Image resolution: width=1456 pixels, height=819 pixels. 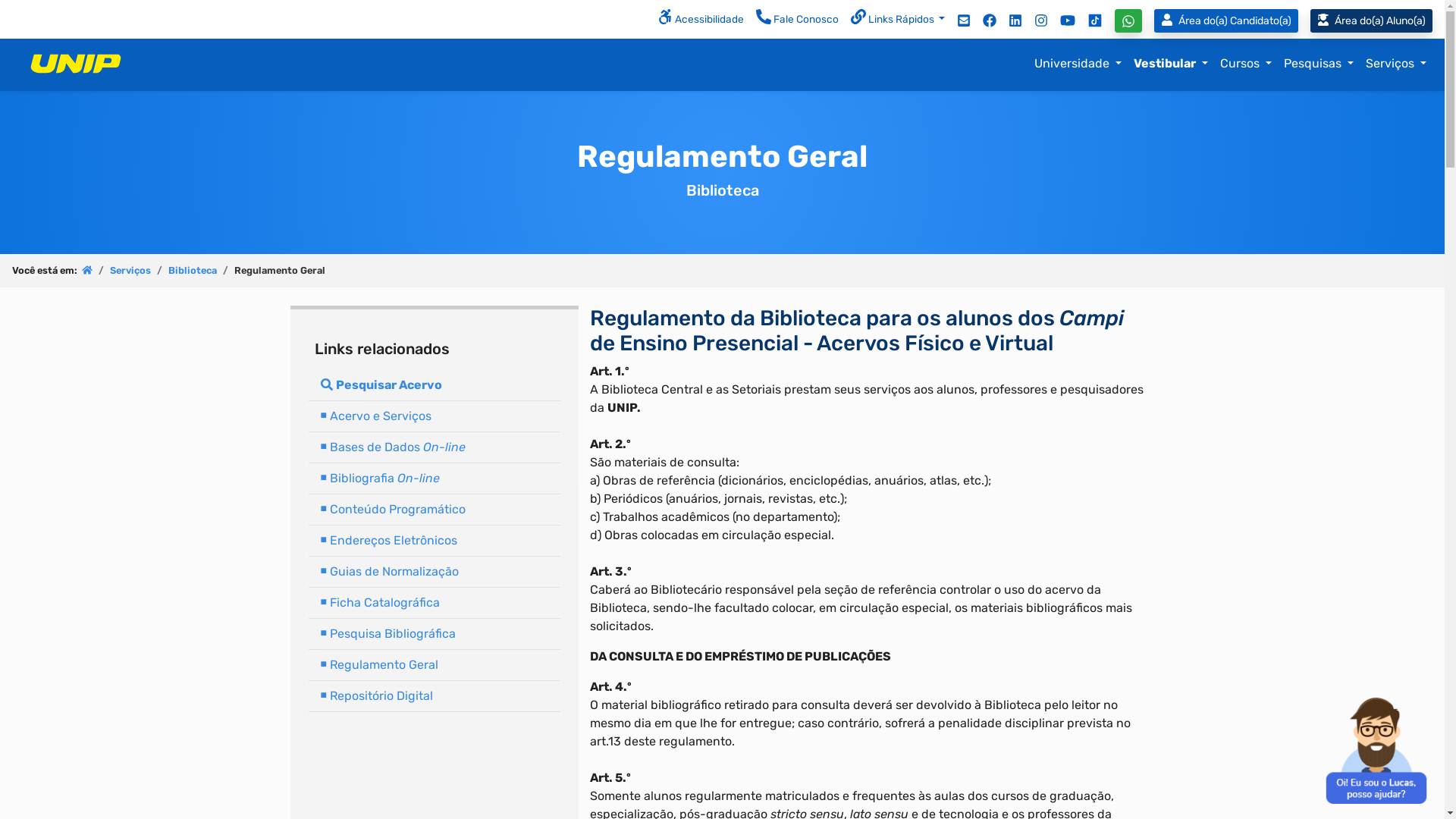 What do you see at coordinates (1371, 20) in the screenshot?
I see `'Aluno(a)'` at bounding box center [1371, 20].